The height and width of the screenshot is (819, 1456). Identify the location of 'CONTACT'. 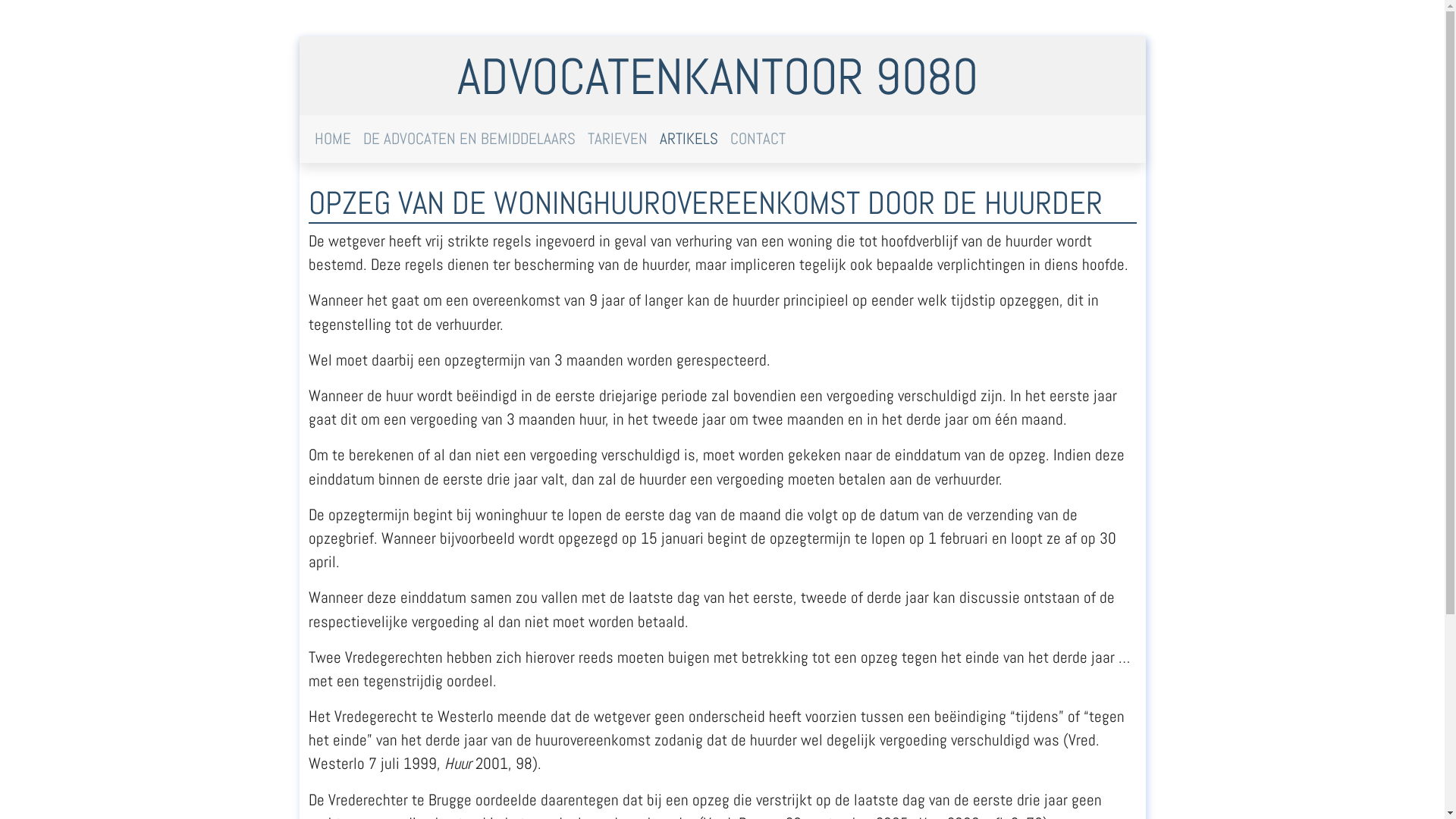
(757, 139).